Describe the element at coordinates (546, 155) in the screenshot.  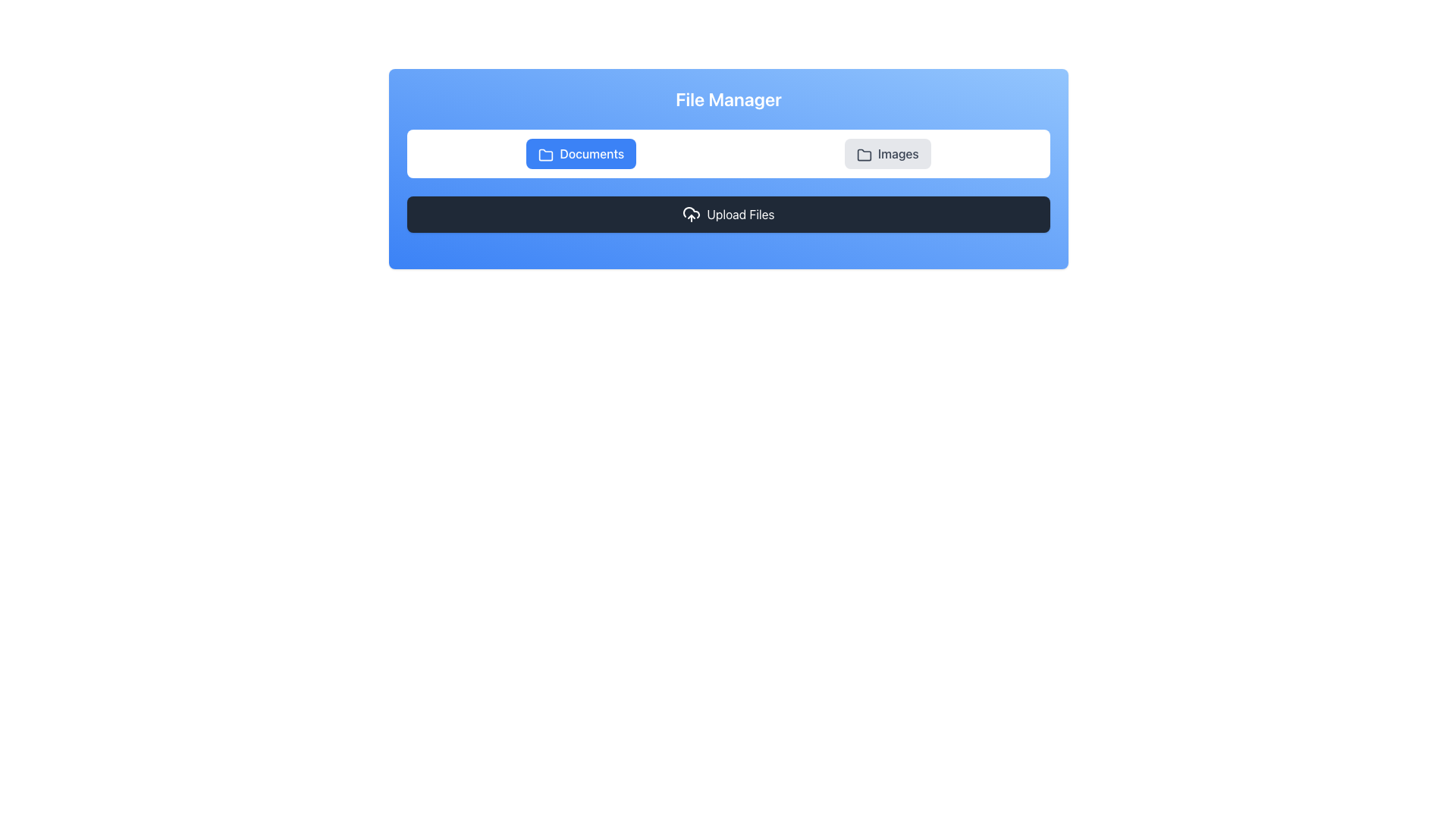
I see `the folder icon that is part of the 'Documents' button located in the top-center of the interface, directly to the left of its associated text label` at that location.